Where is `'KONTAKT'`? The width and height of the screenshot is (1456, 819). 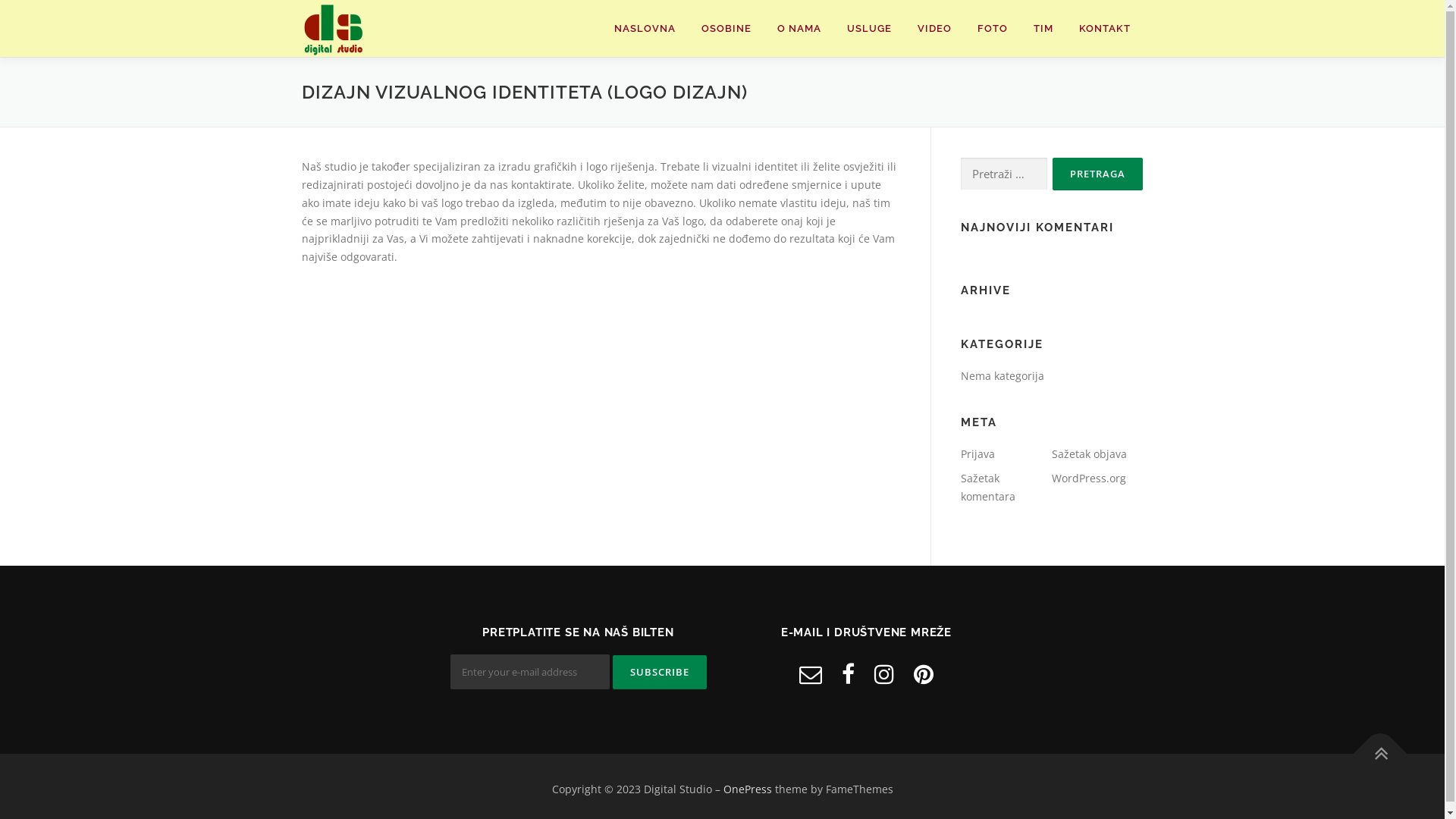 'KONTAKT' is located at coordinates (1105, 28).